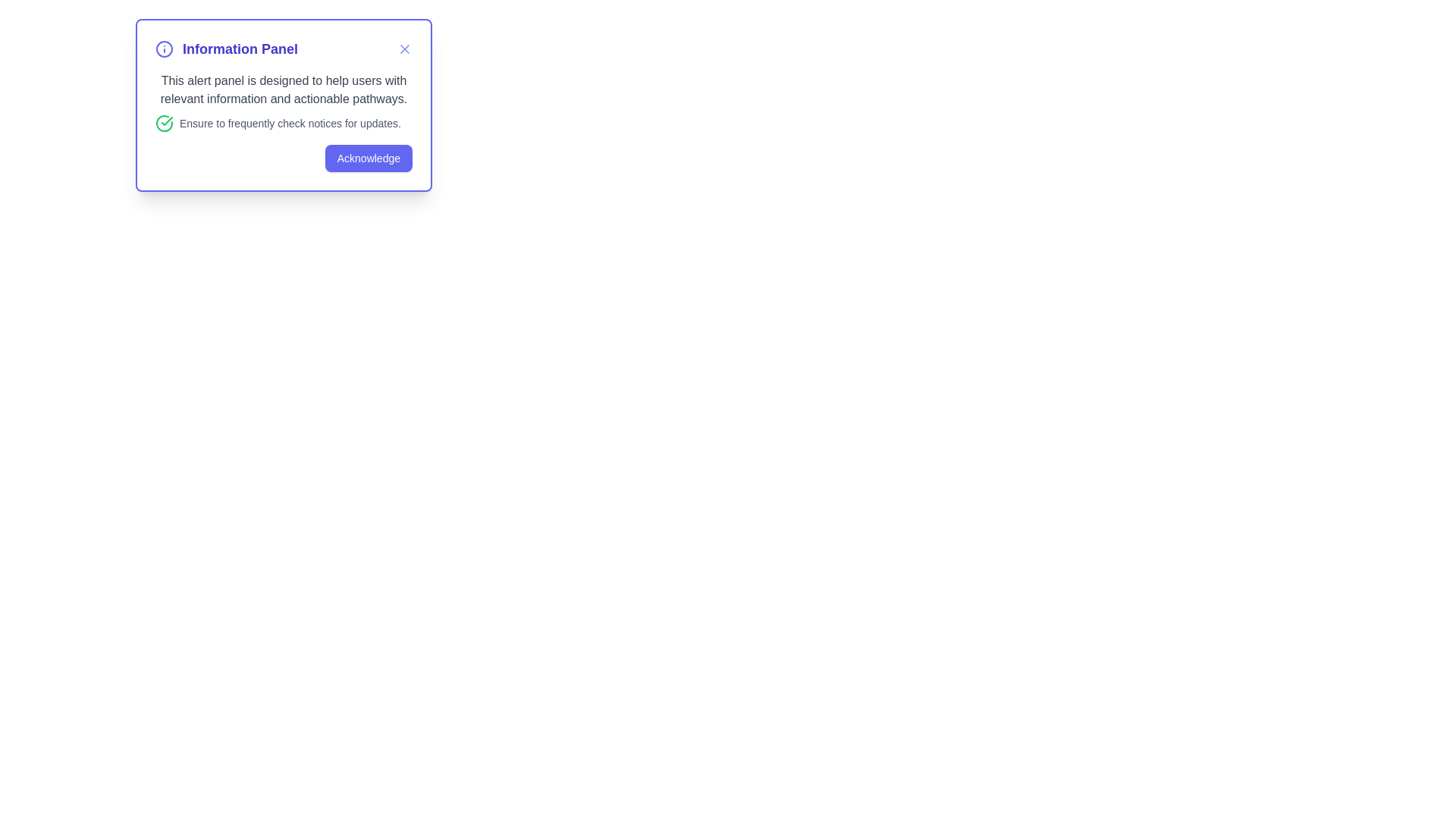 This screenshot has height=819, width=1456. I want to click on the Banner with title and icon at the top center of the dialog box for tooltip details, so click(225, 49).